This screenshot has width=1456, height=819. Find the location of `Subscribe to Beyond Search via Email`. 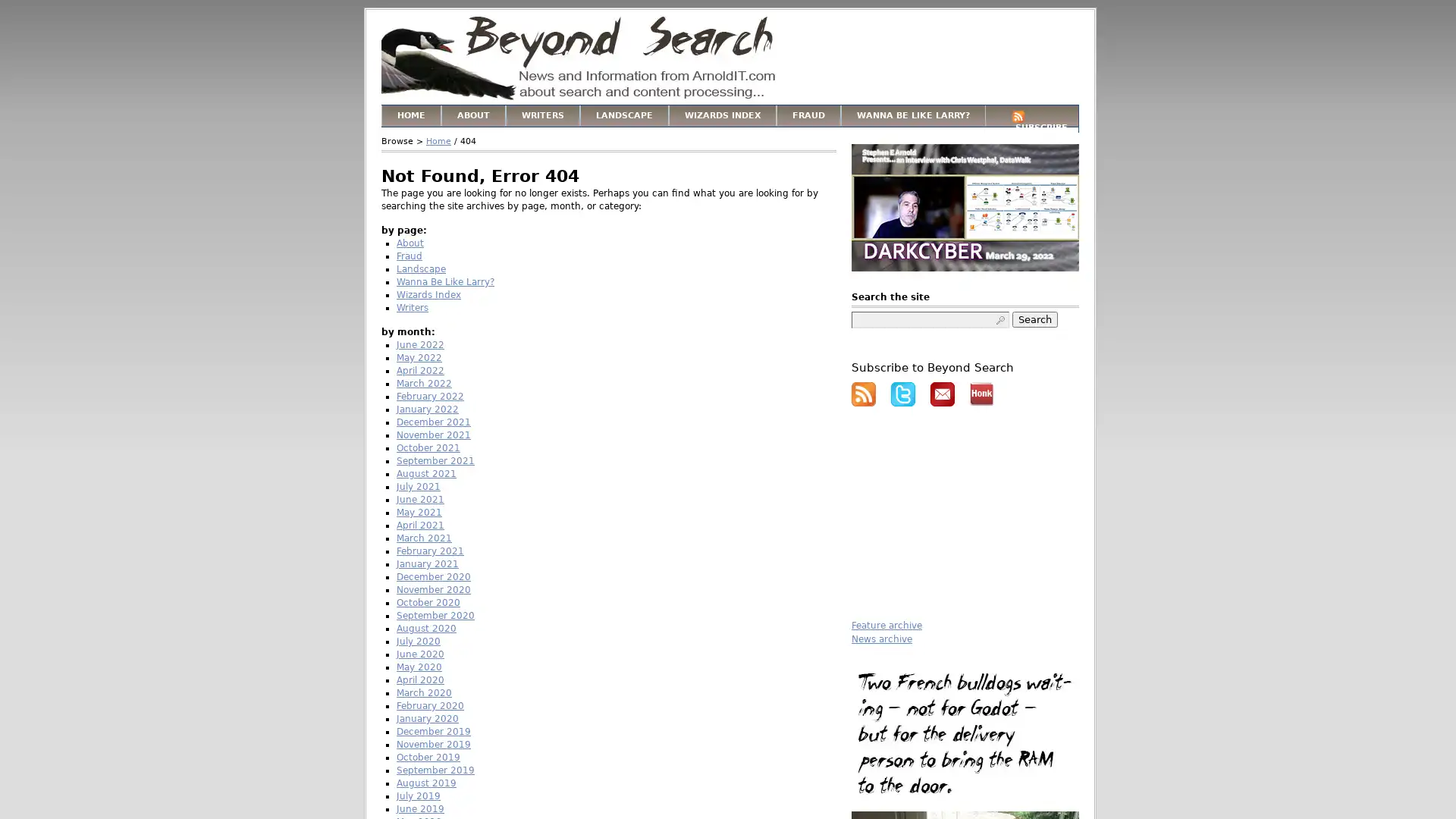

Subscribe to Beyond Search via Email is located at coordinates (942, 394).